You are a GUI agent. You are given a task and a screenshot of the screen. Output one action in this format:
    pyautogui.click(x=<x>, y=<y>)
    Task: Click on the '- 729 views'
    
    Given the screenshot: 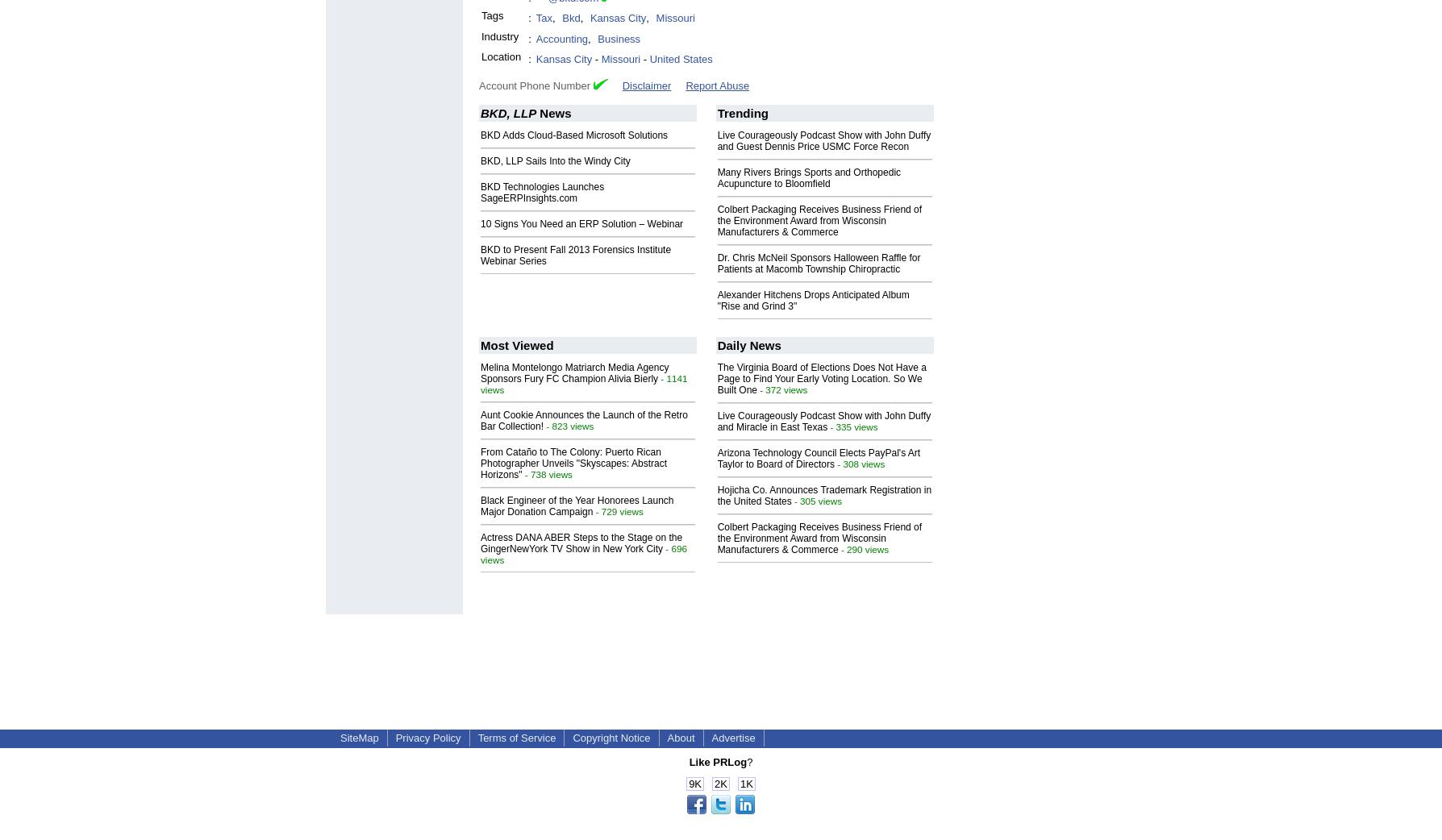 What is the action you would take?
    pyautogui.click(x=616, y=510)
    